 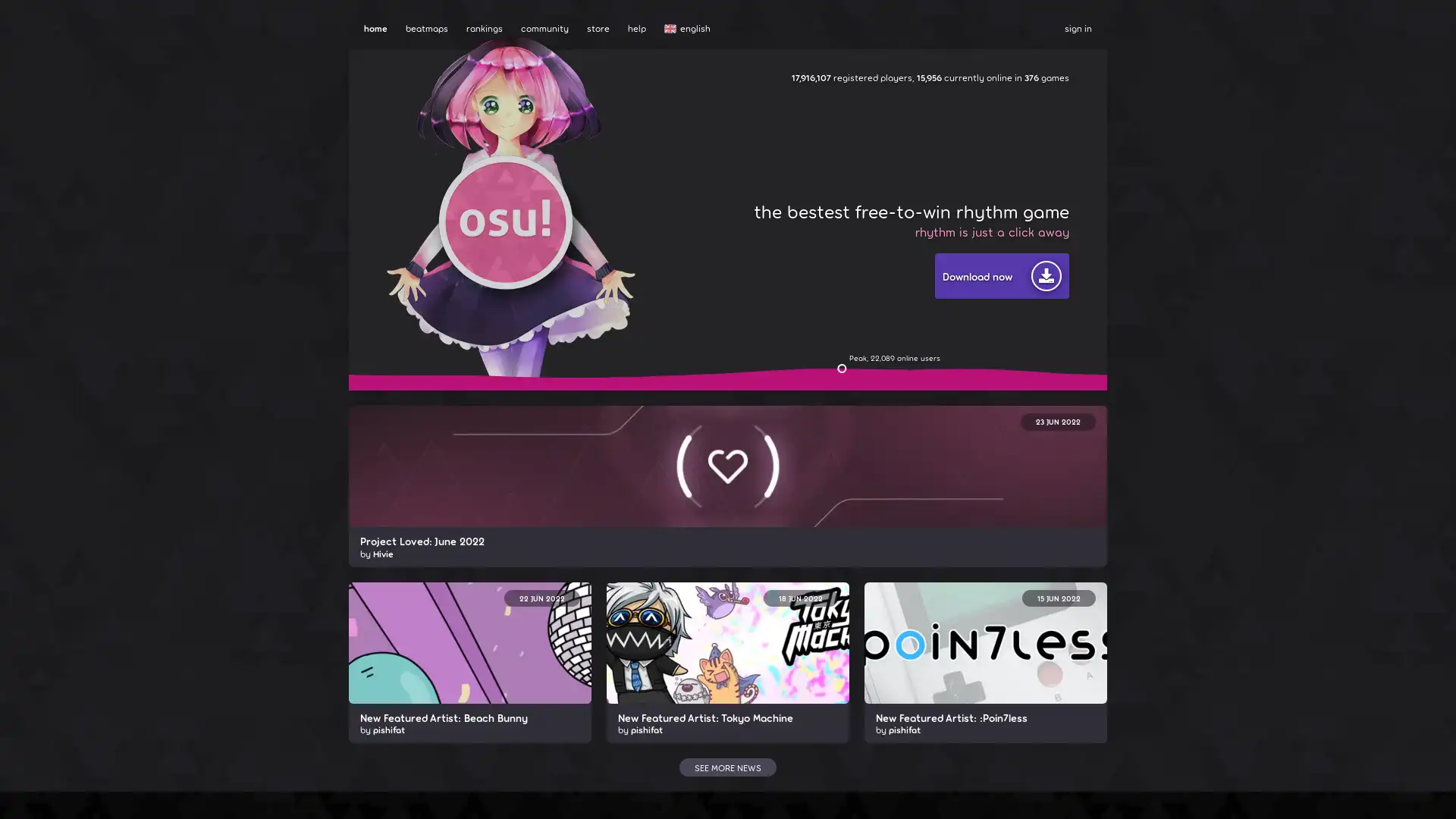 I want to click on turkce, so click(x=709, y=548).